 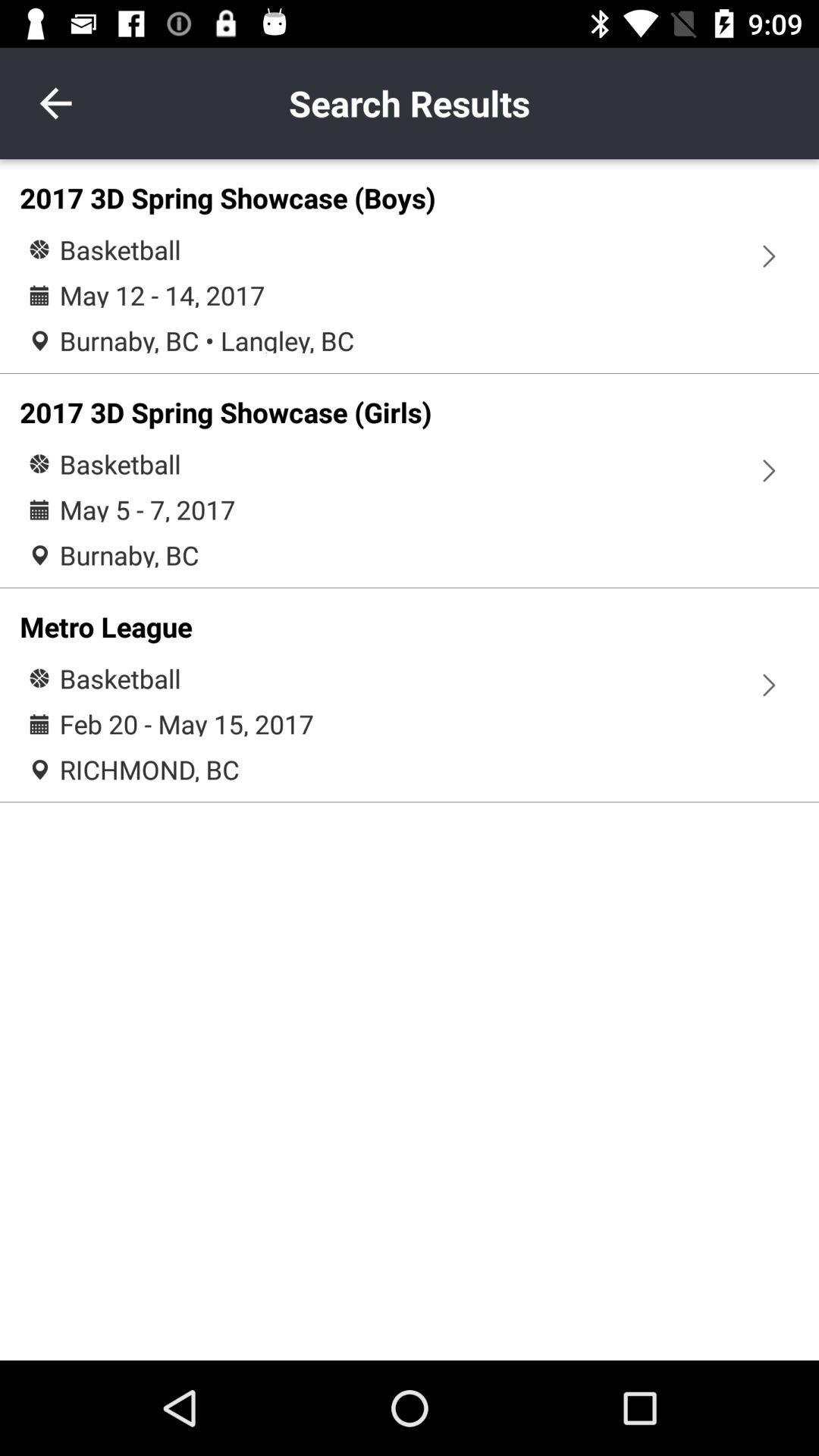 I want to click on item next to the search results icon, so click(x=55, y=102).